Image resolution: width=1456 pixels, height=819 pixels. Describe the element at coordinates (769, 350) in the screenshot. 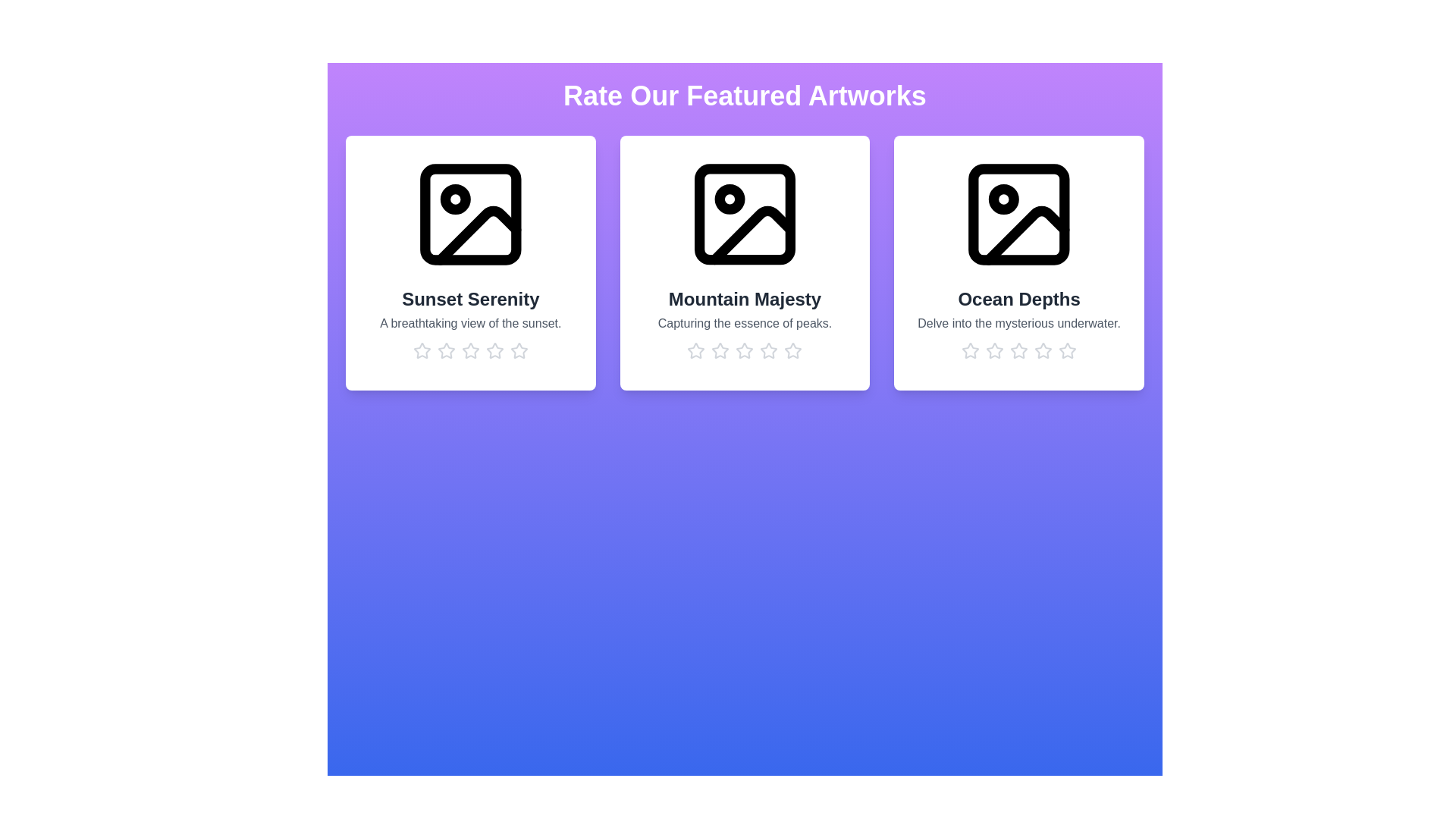

I see `the rating for the artwork 'Mountain Majesty' to 4 stars` at that location.